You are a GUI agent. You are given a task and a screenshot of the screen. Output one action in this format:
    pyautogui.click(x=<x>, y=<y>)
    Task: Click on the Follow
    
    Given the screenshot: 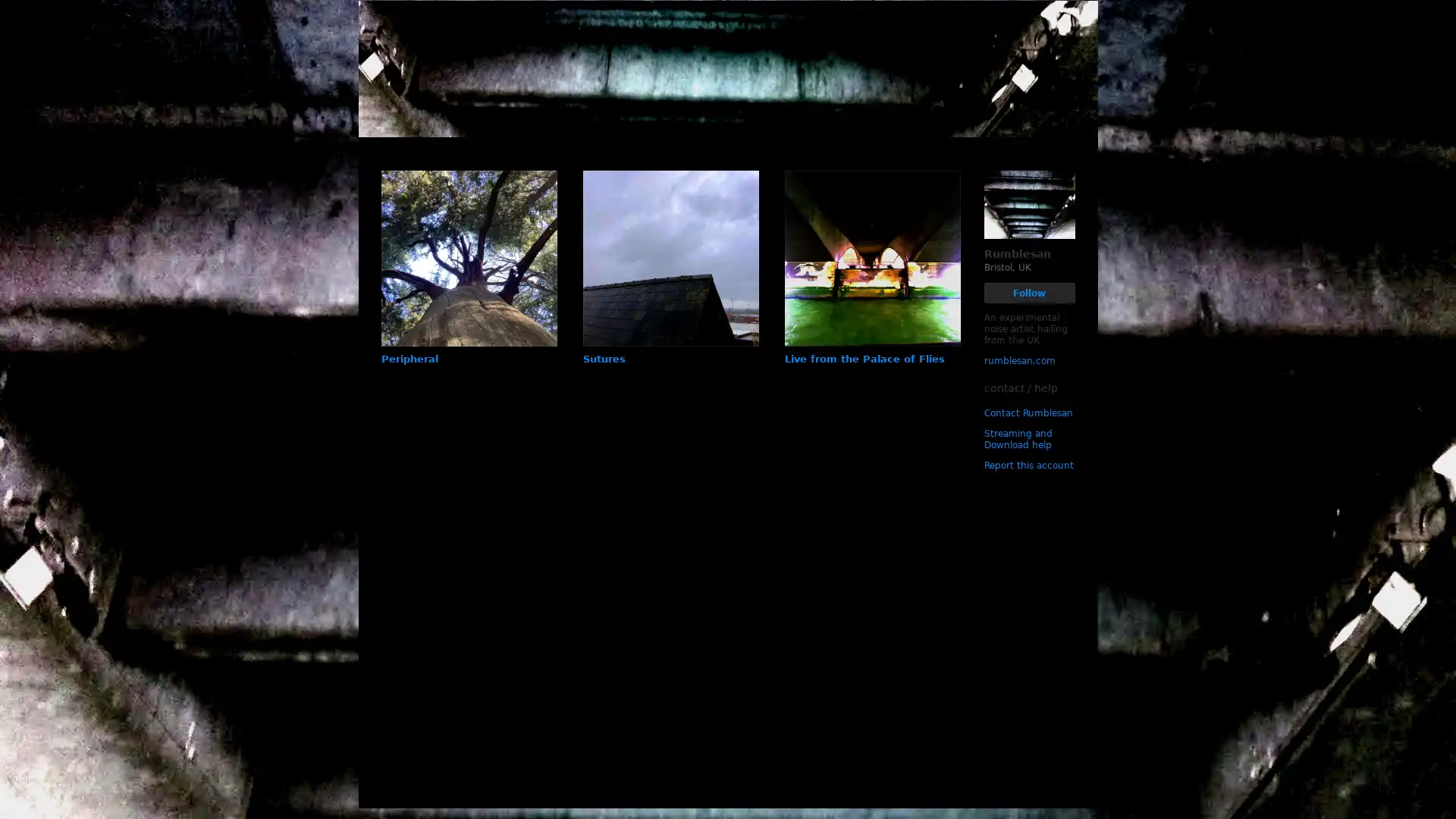 What is the action you would take?
    pyautogui.click(x=1029, y=293)
    